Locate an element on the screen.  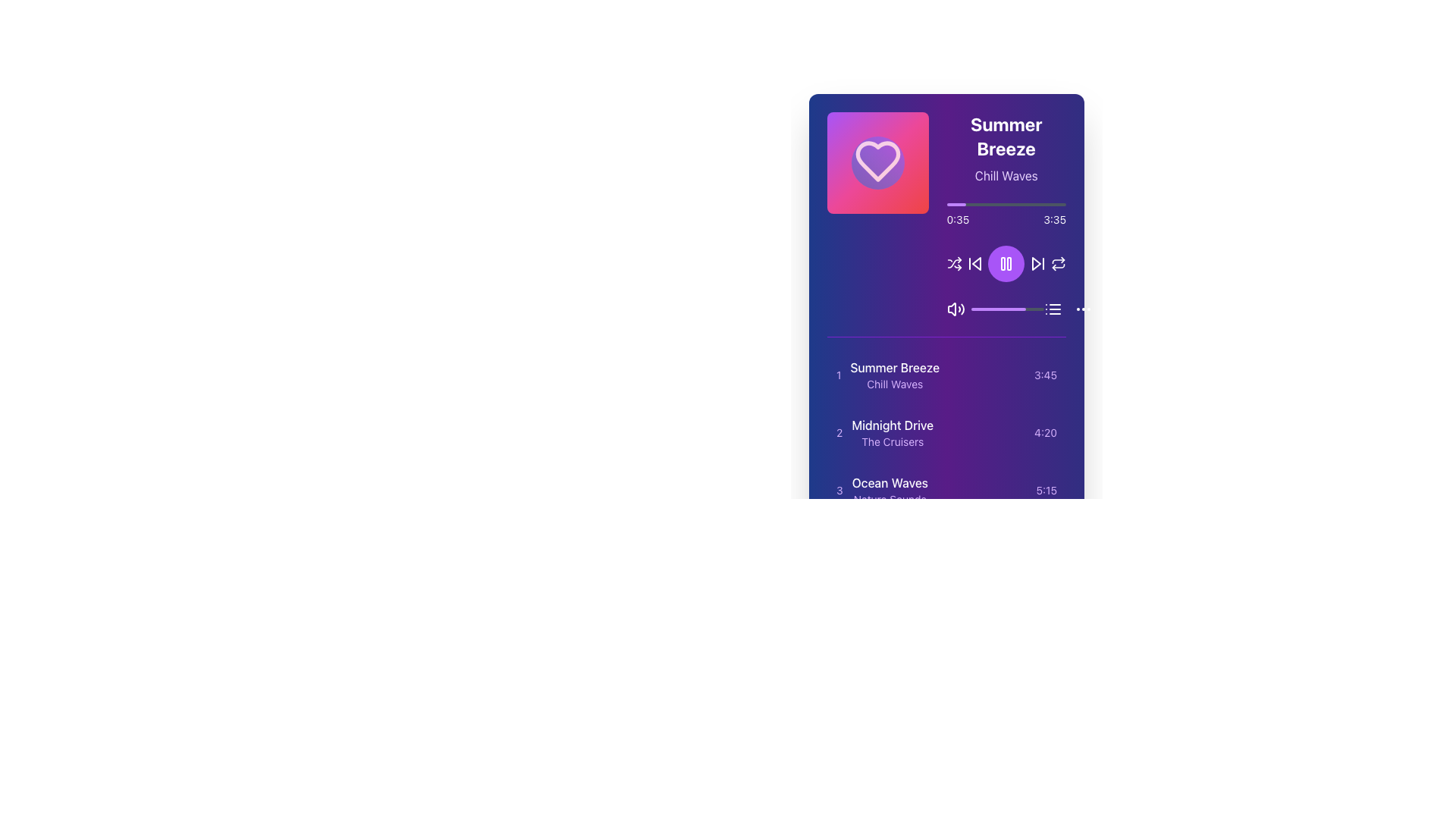
the repeat/loop playback button located on the rightmost side of the audio player control section is located at coordinates (1058, 262).